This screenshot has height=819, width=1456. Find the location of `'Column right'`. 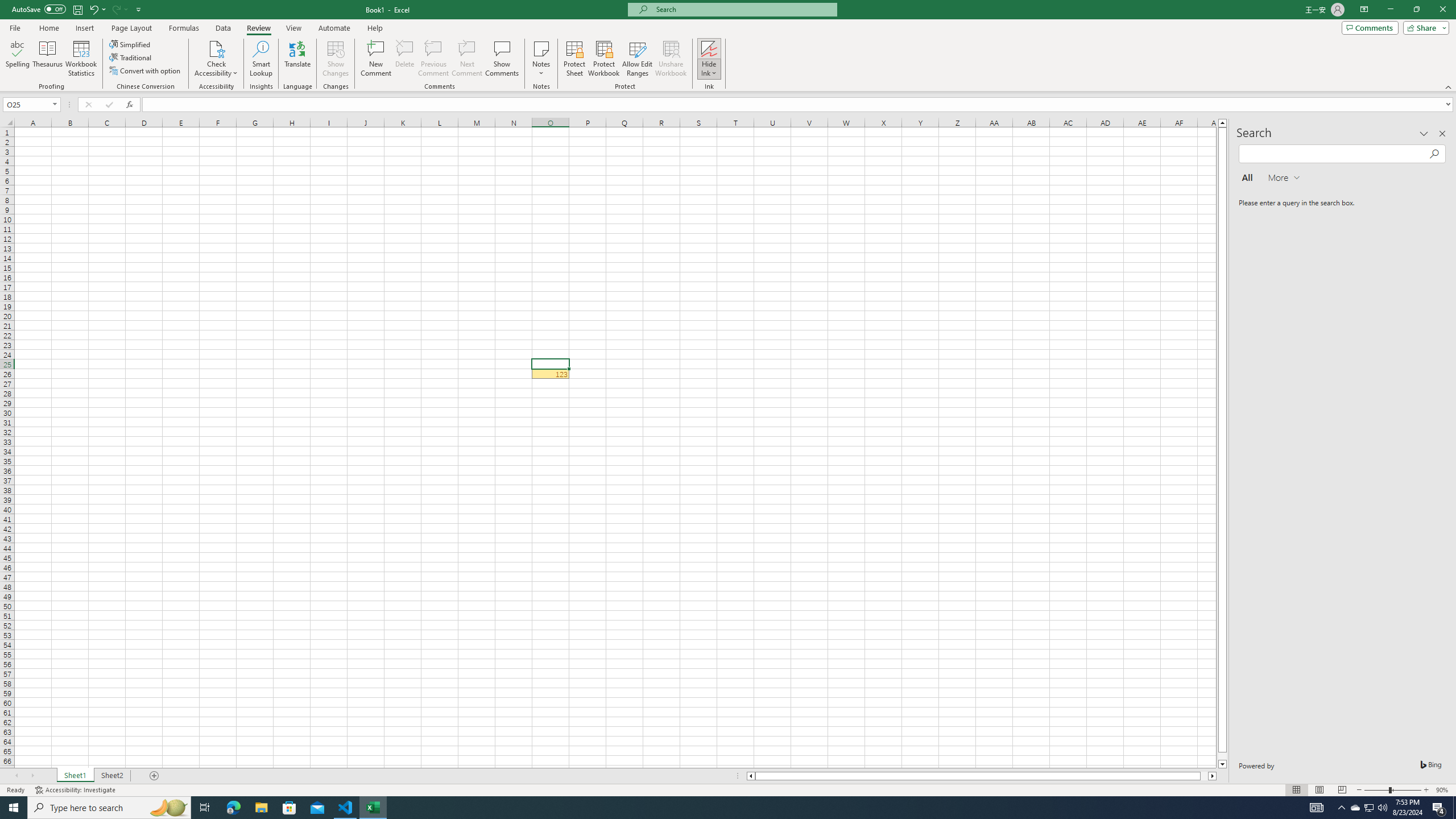

'Column right' is located at coordinates (1212, 775).